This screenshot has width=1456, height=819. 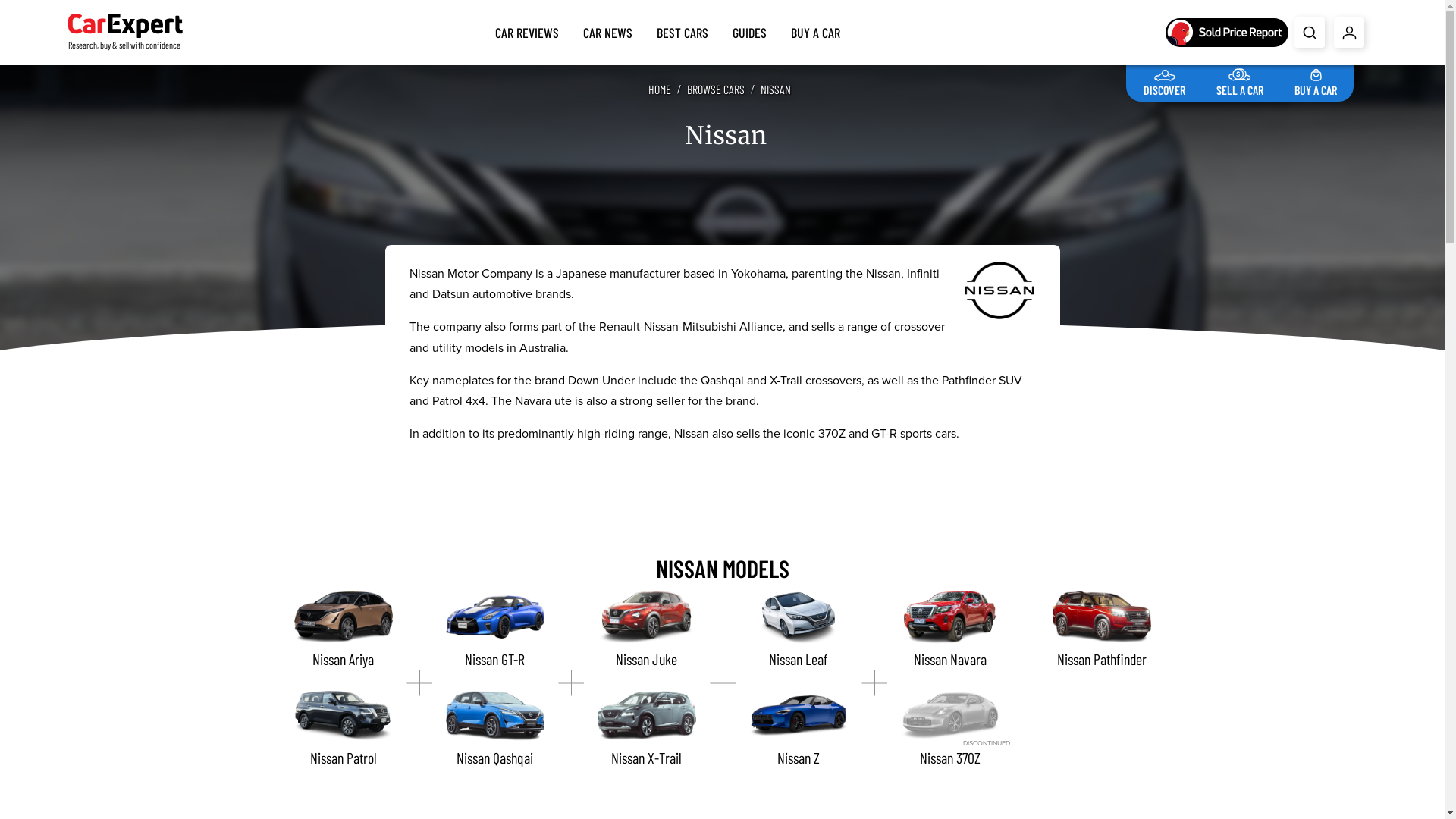 What do you see at coordinates (732, 29) in the screenshot?
I see `'GUIDES'` at bounding box center [732, 29].